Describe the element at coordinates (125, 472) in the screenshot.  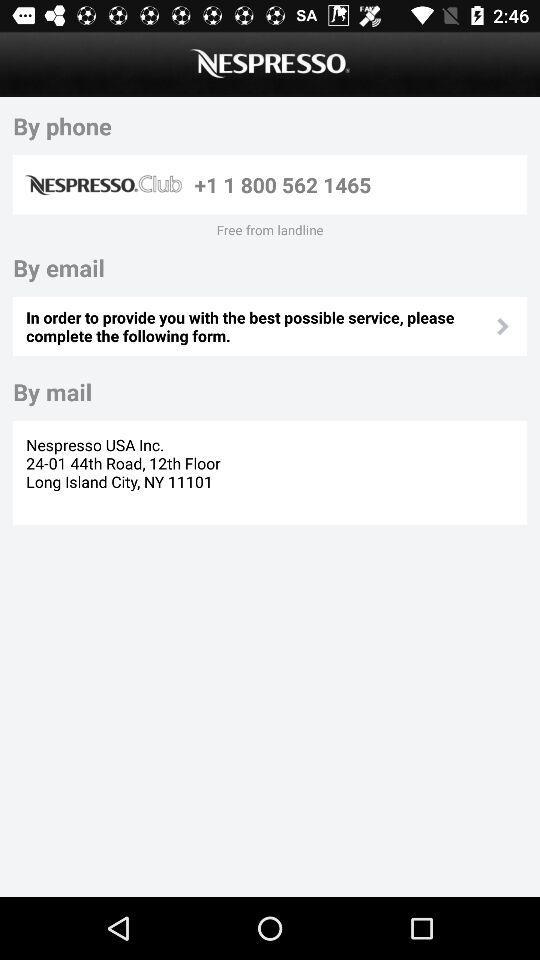
I see `the icon below the by mail icon` at that location.